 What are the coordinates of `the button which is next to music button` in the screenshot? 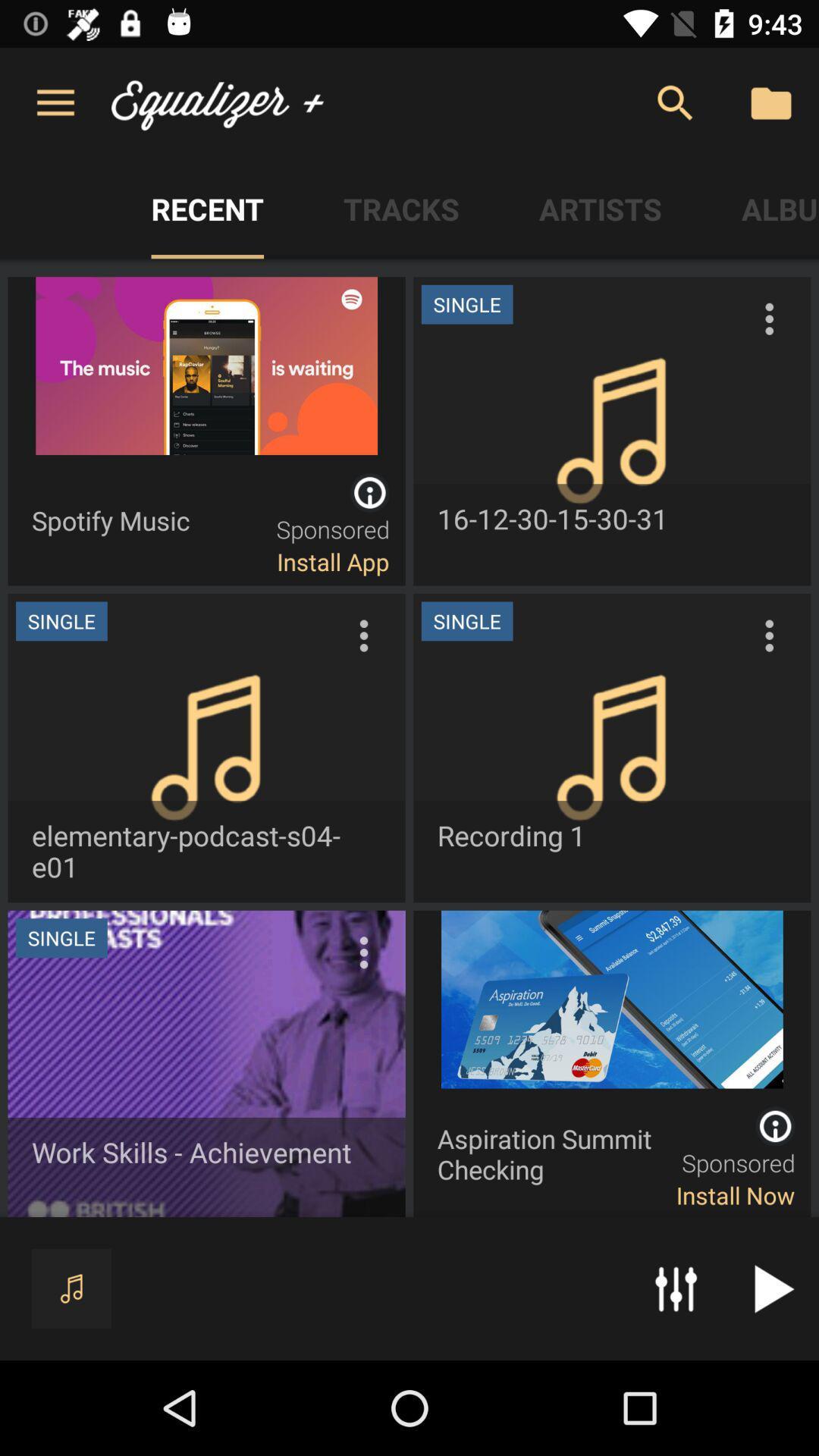 It's located at (675, 1288).